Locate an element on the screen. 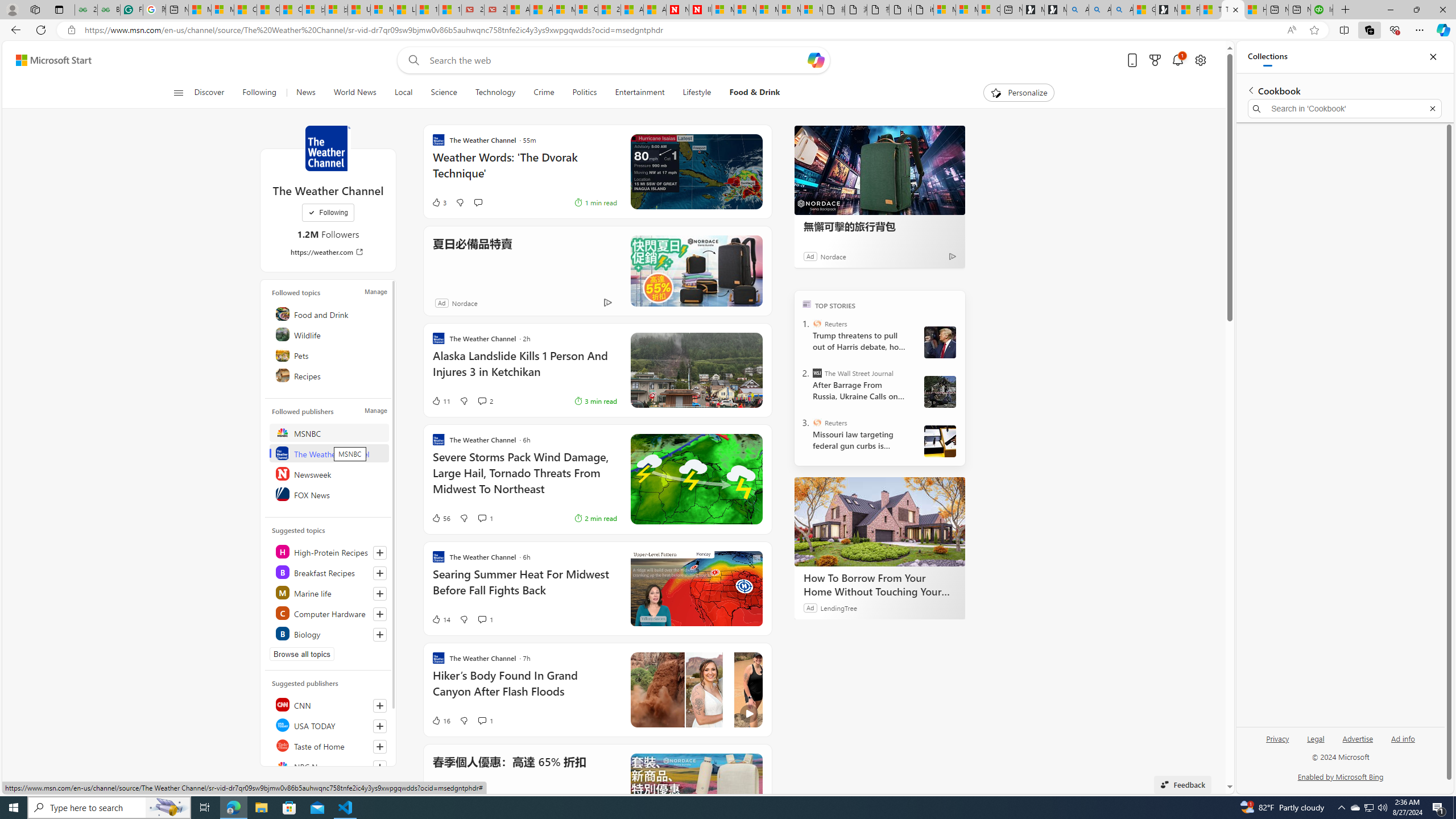  '11 Like' is located at coordinates (440, 400).